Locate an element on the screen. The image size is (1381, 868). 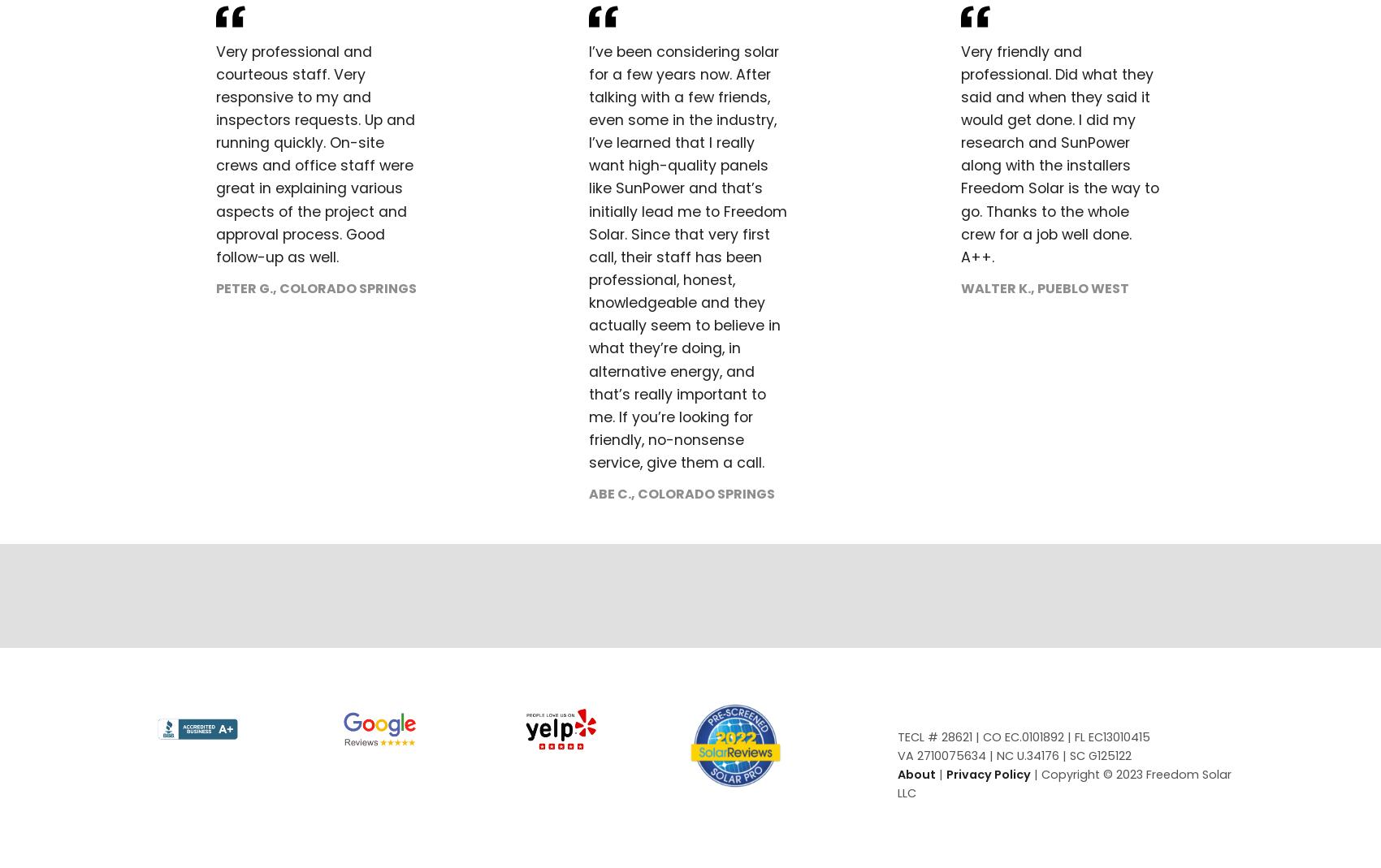
'Abe C., Colorado Springs' is located at coordinates (680, 494).